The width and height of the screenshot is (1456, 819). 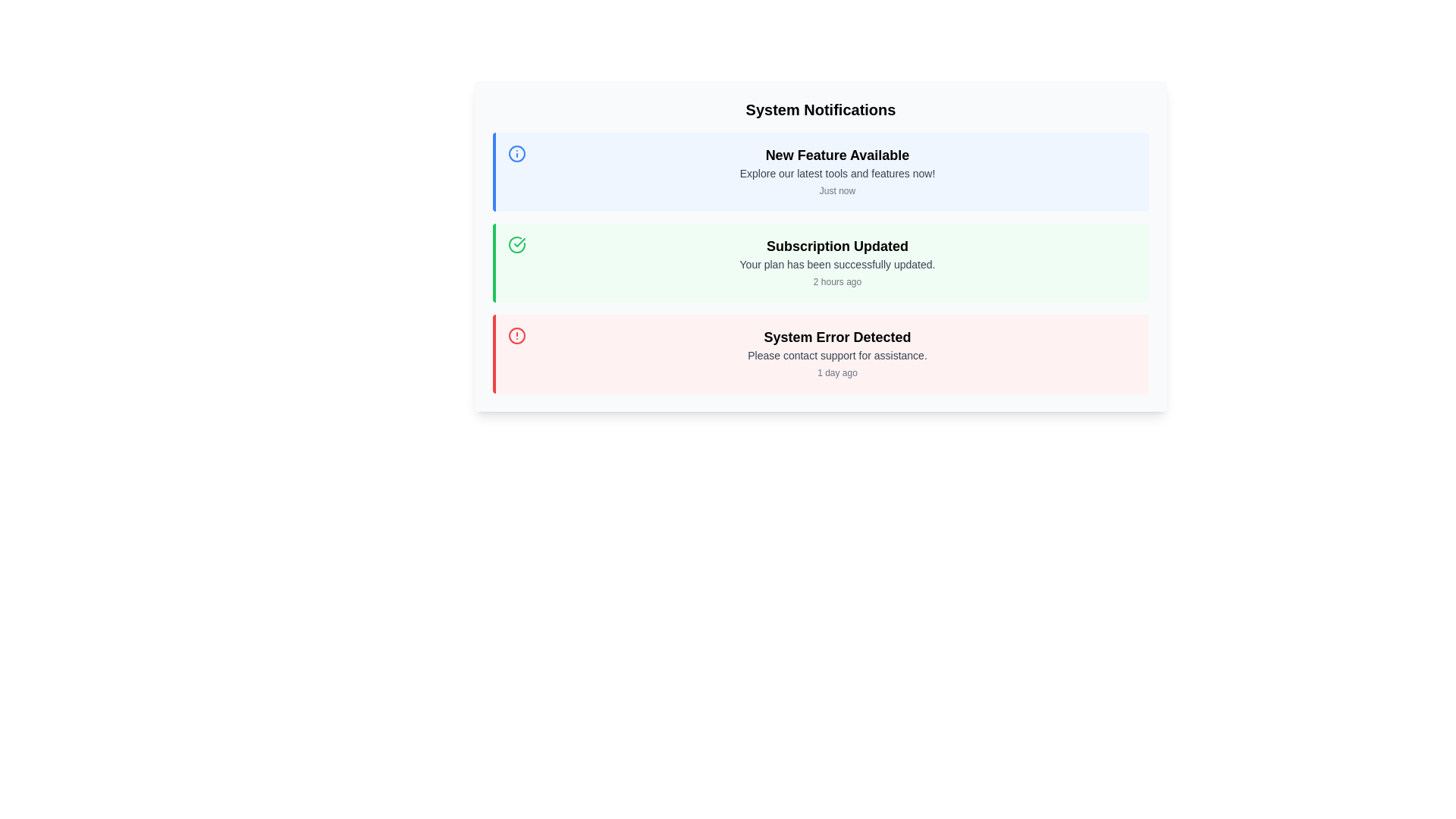 I want to click on the text label reading 'Subscription Updated', which is a bold heading styled in black on a light green background, positioned at the top of the second notification box, so click(x=836, y=245).